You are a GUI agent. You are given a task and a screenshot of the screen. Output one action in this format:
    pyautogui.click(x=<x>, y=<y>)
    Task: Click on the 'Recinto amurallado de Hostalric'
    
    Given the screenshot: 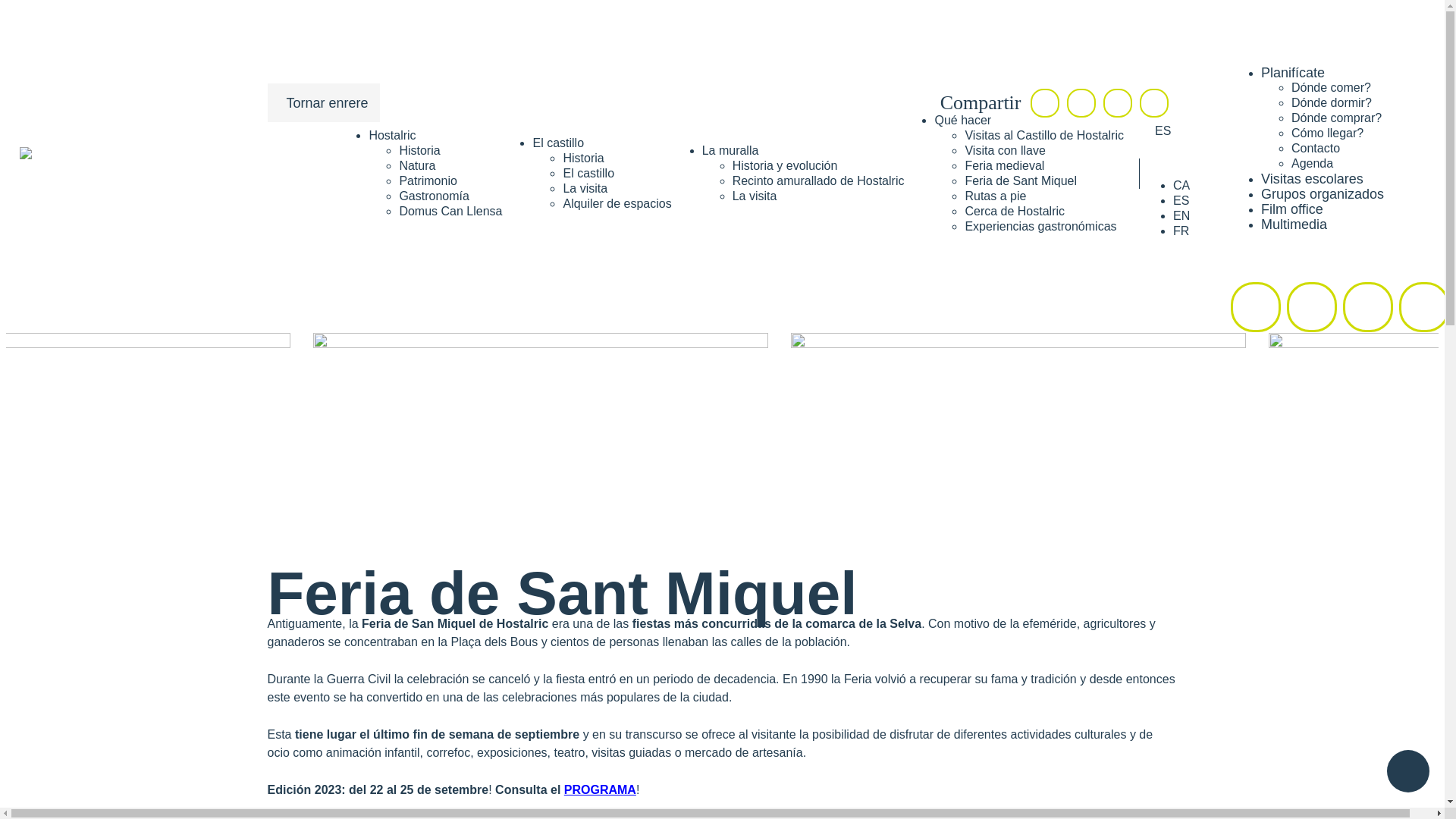 What is the action you would take?
    pyautogui.click(x=817, y=180)
    